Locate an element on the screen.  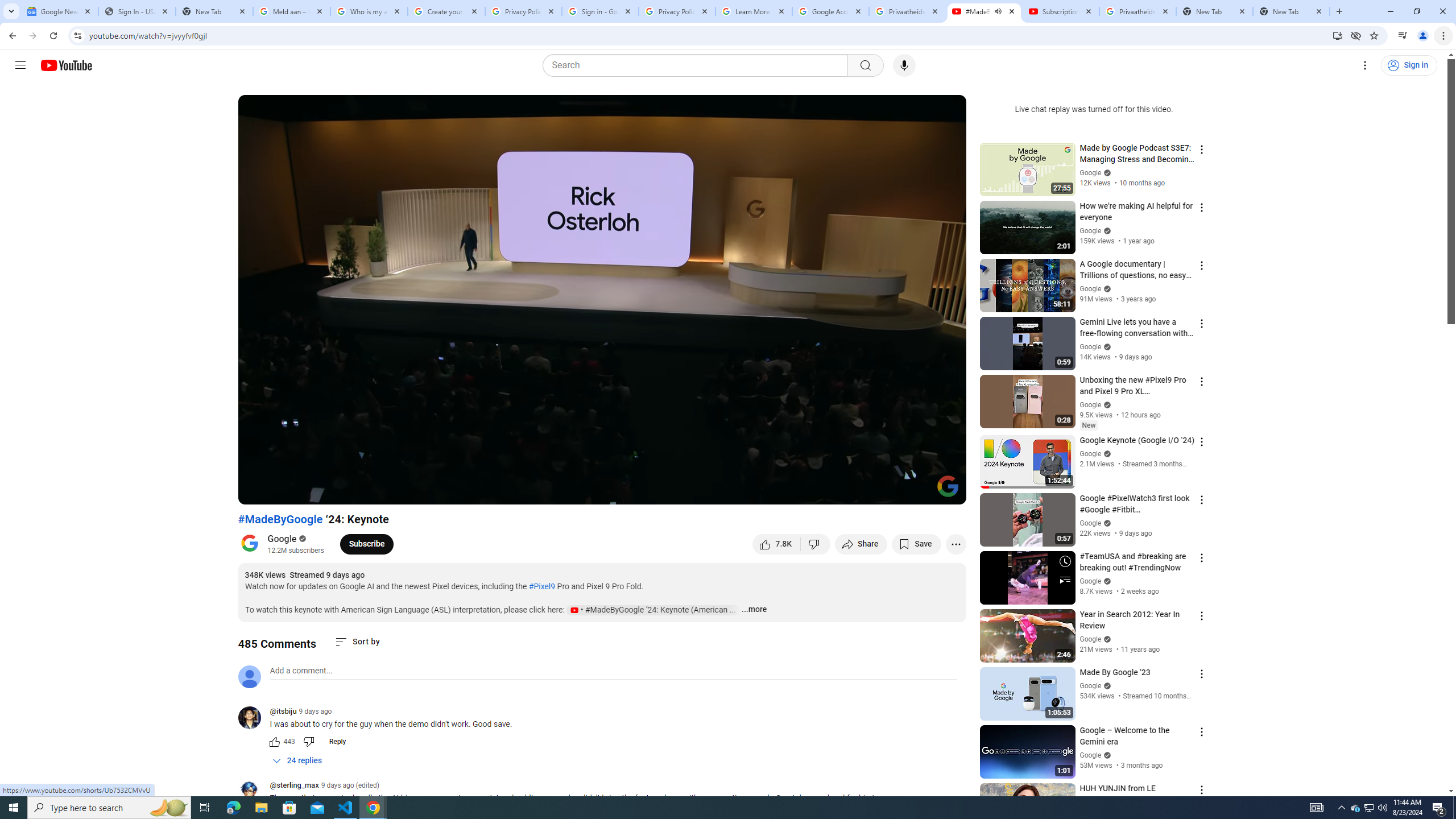
'Google News' is located at coordinates (59, 11).